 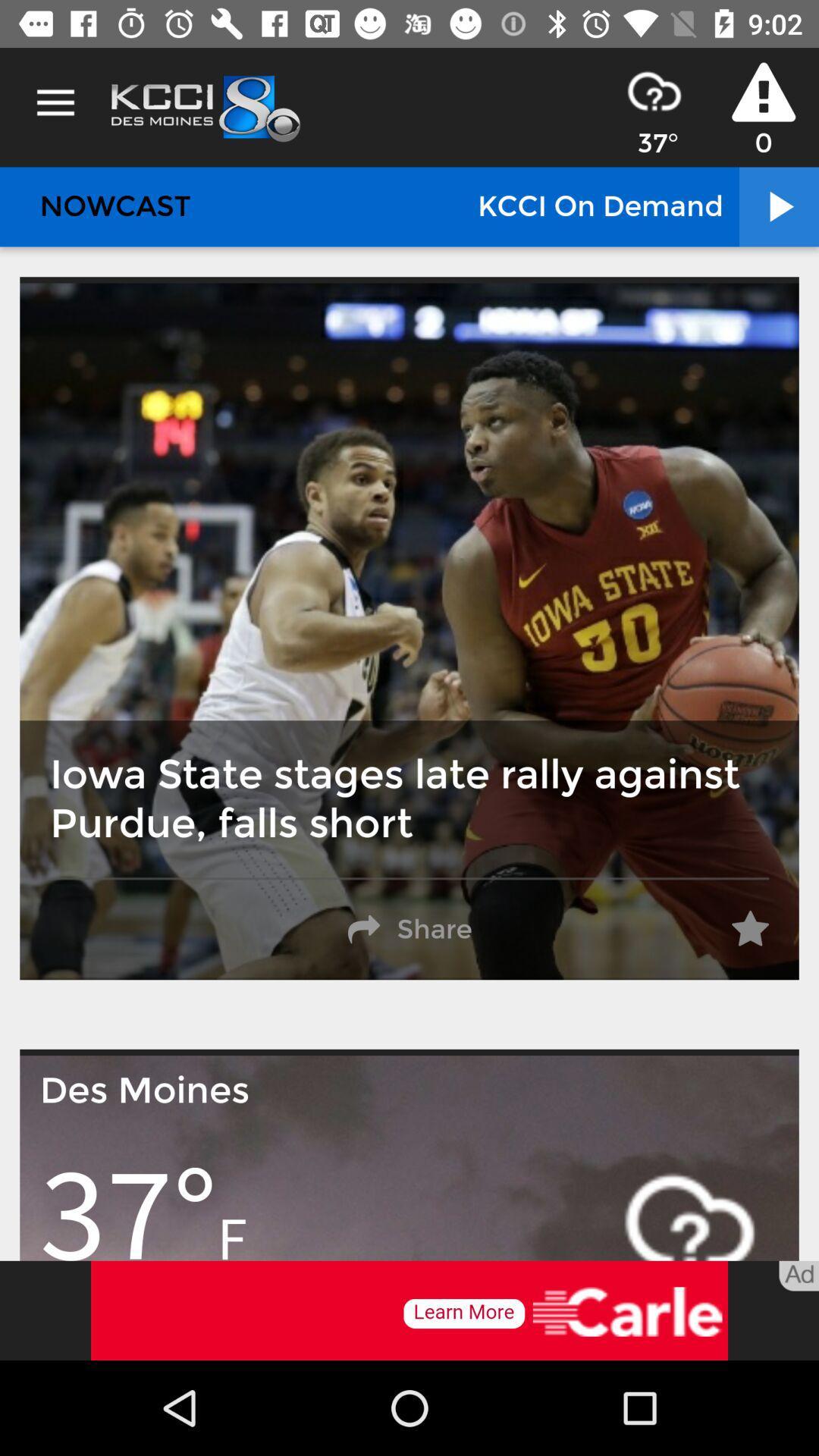 I want to click on the advertisement, so click(x=409, y=1310).